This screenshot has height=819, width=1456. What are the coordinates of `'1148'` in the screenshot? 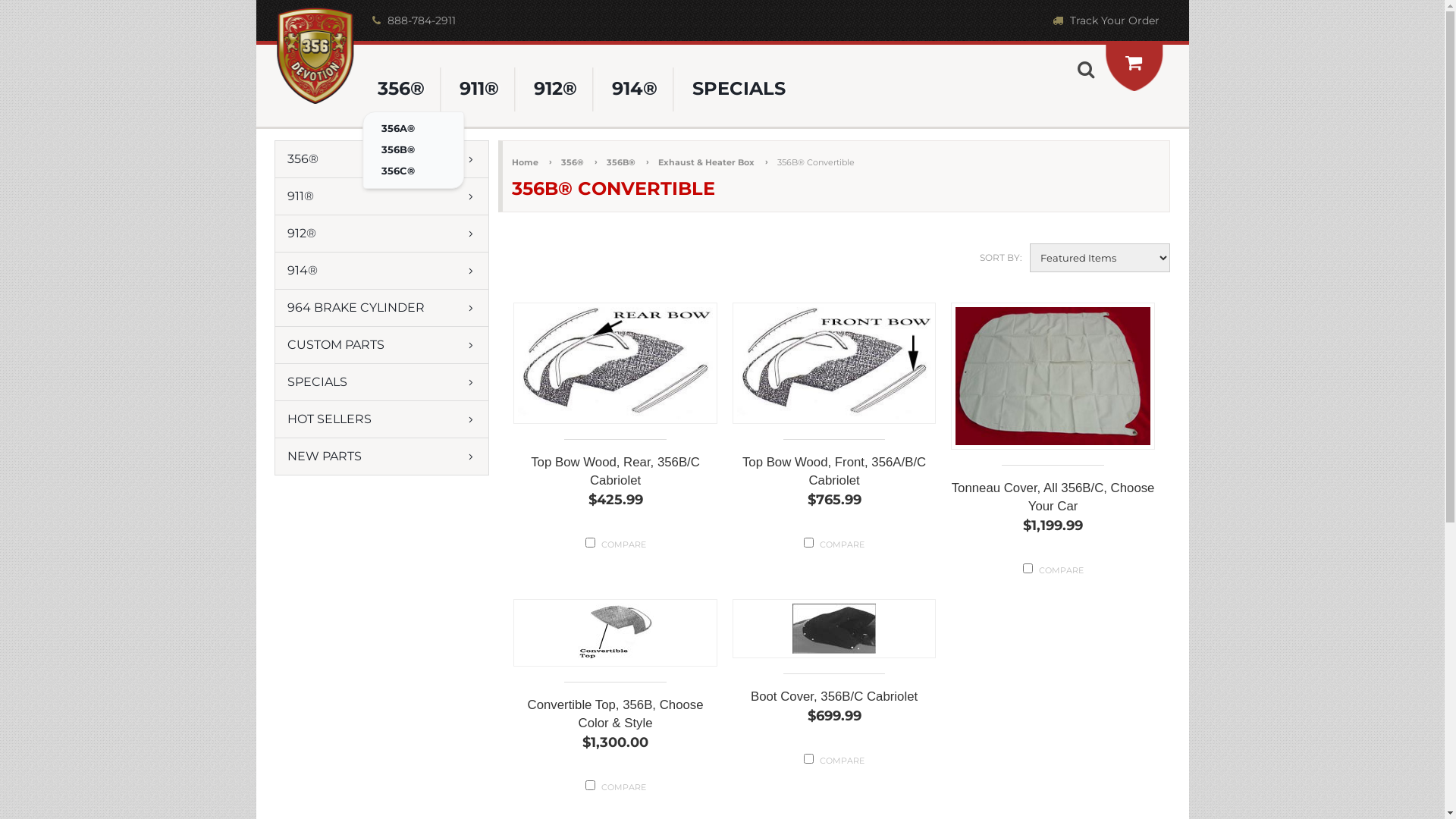 It's located at (808, 758).